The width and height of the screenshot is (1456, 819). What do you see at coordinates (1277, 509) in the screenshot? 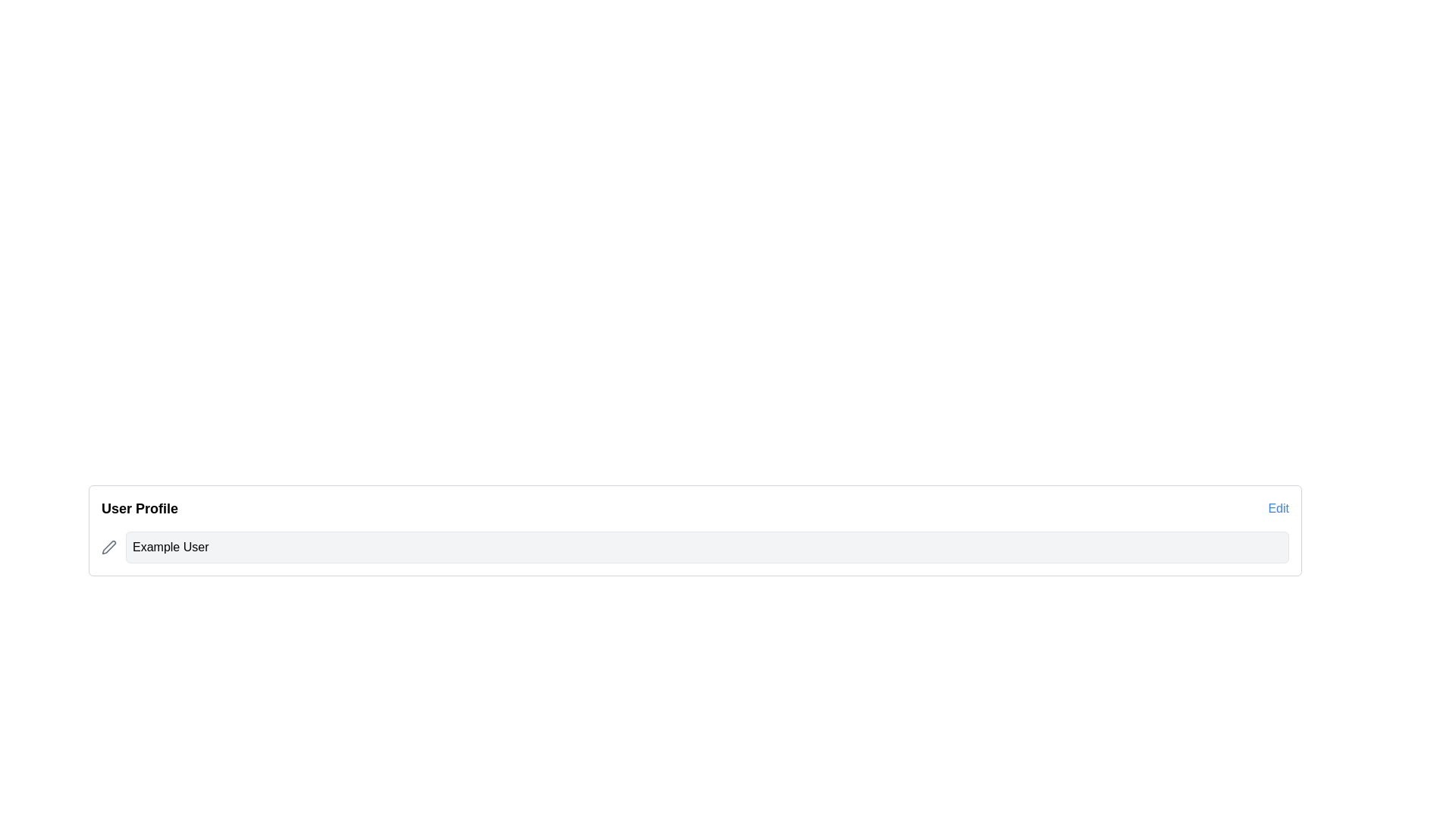
I see `the hyperlink located at the far right of the 'User Profile' header section` at bounding box center [1277, 509].